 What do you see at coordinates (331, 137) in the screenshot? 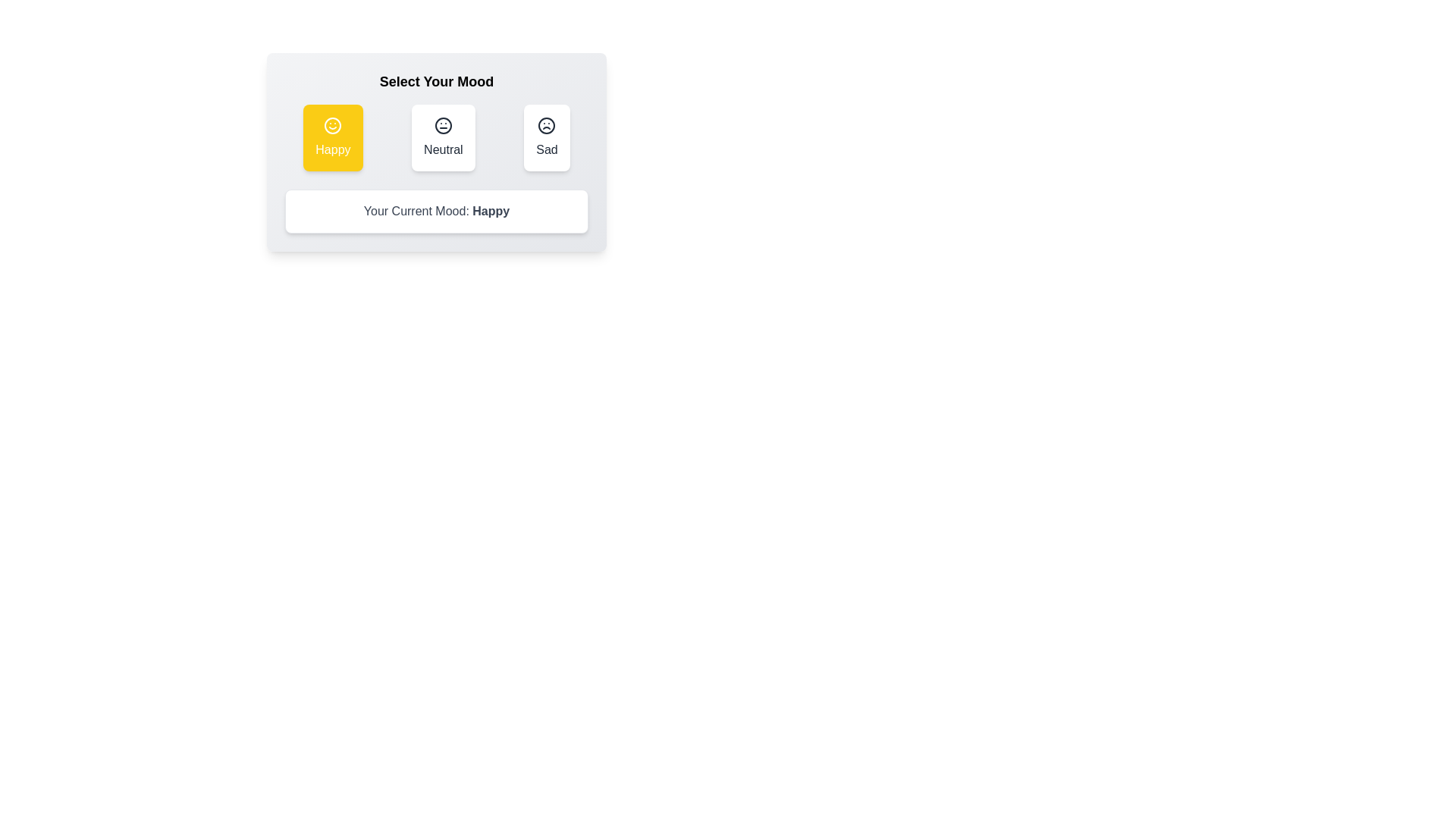
I see `the button corresponding to the mood Happy` at bounding box center [331, 137].